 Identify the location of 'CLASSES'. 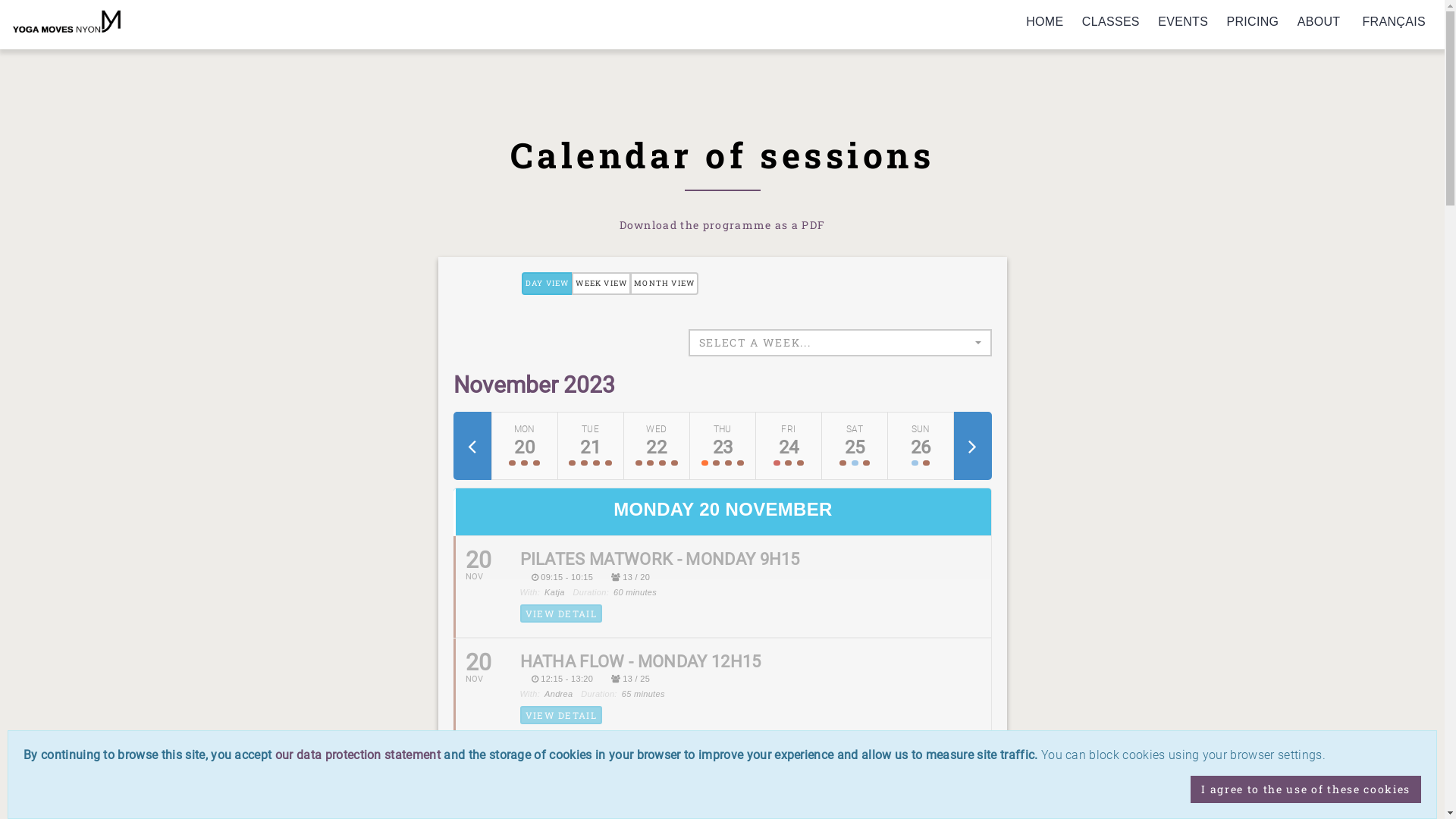
(1110, 22).